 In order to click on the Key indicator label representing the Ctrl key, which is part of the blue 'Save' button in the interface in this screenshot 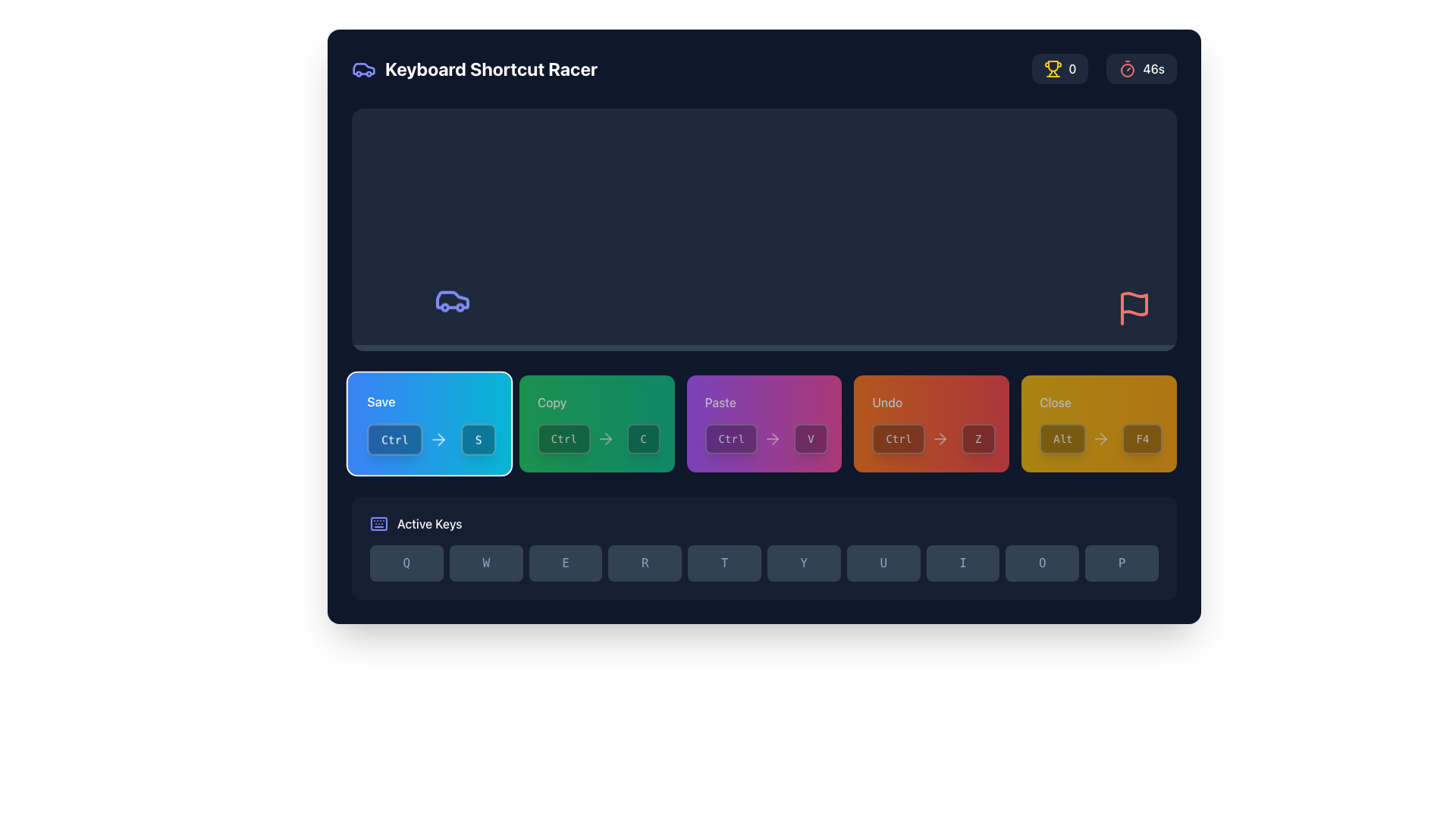, I will do `click(394, 439)`.